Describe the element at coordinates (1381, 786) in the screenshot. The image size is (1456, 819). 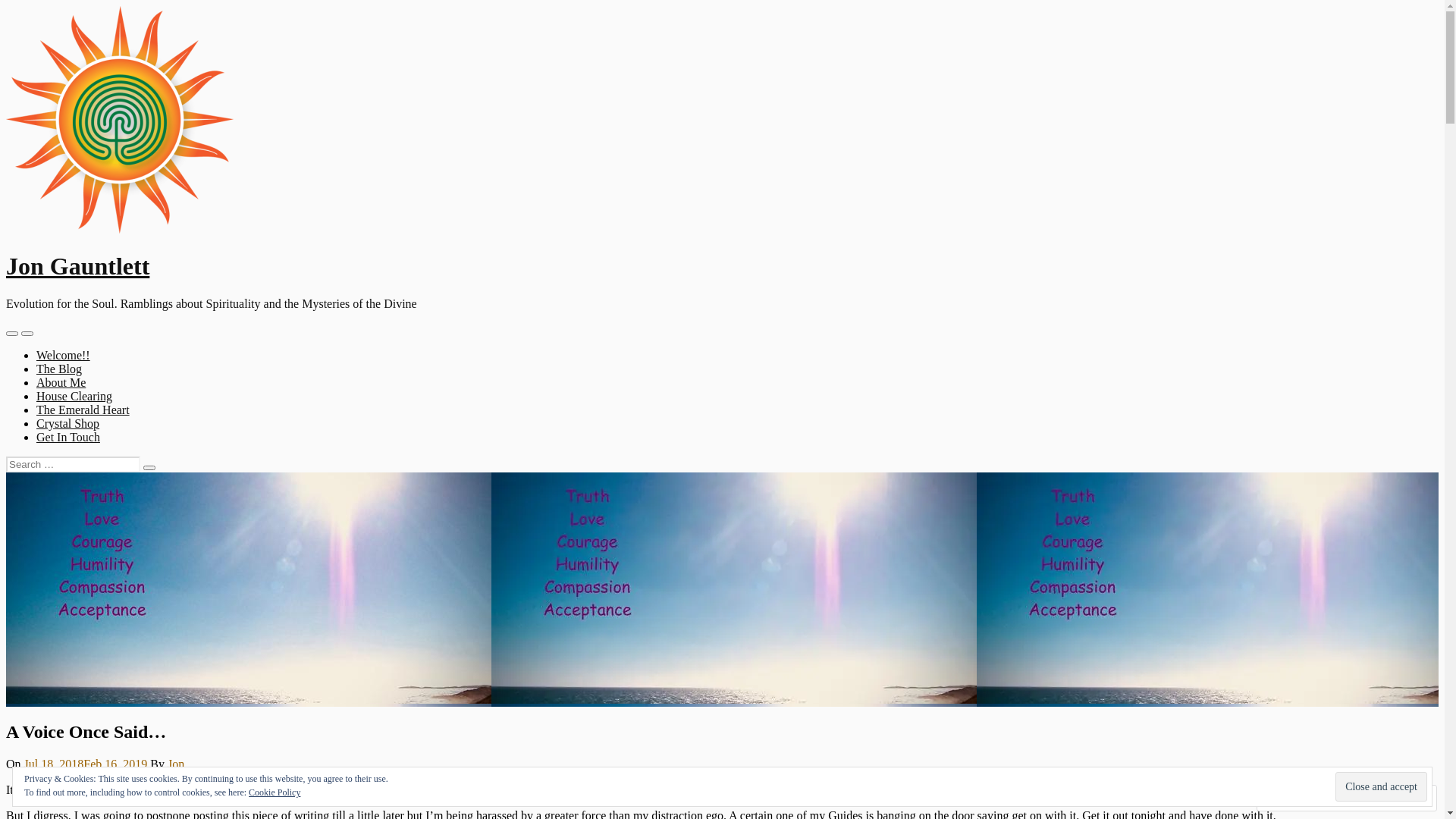
I see `'Close and accept'` at that location.